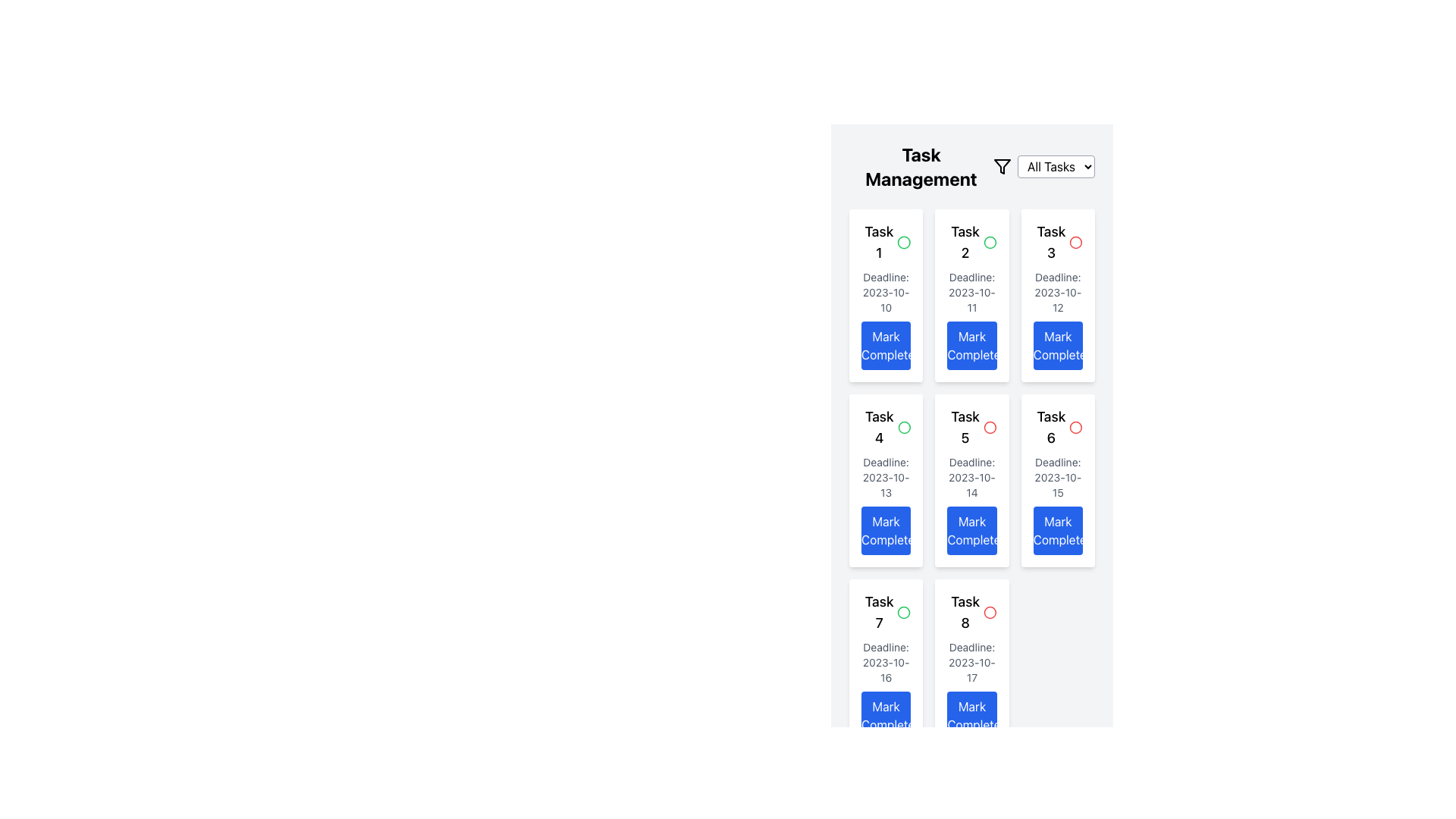 Image resolution: width=1456 pixels, height=819 pixels. Describe the element at coordinates (1057, 427) in the screenshot. I see `the status indicator icon in the header of the card representing 'Task 6' to mark or check the status` at that location.